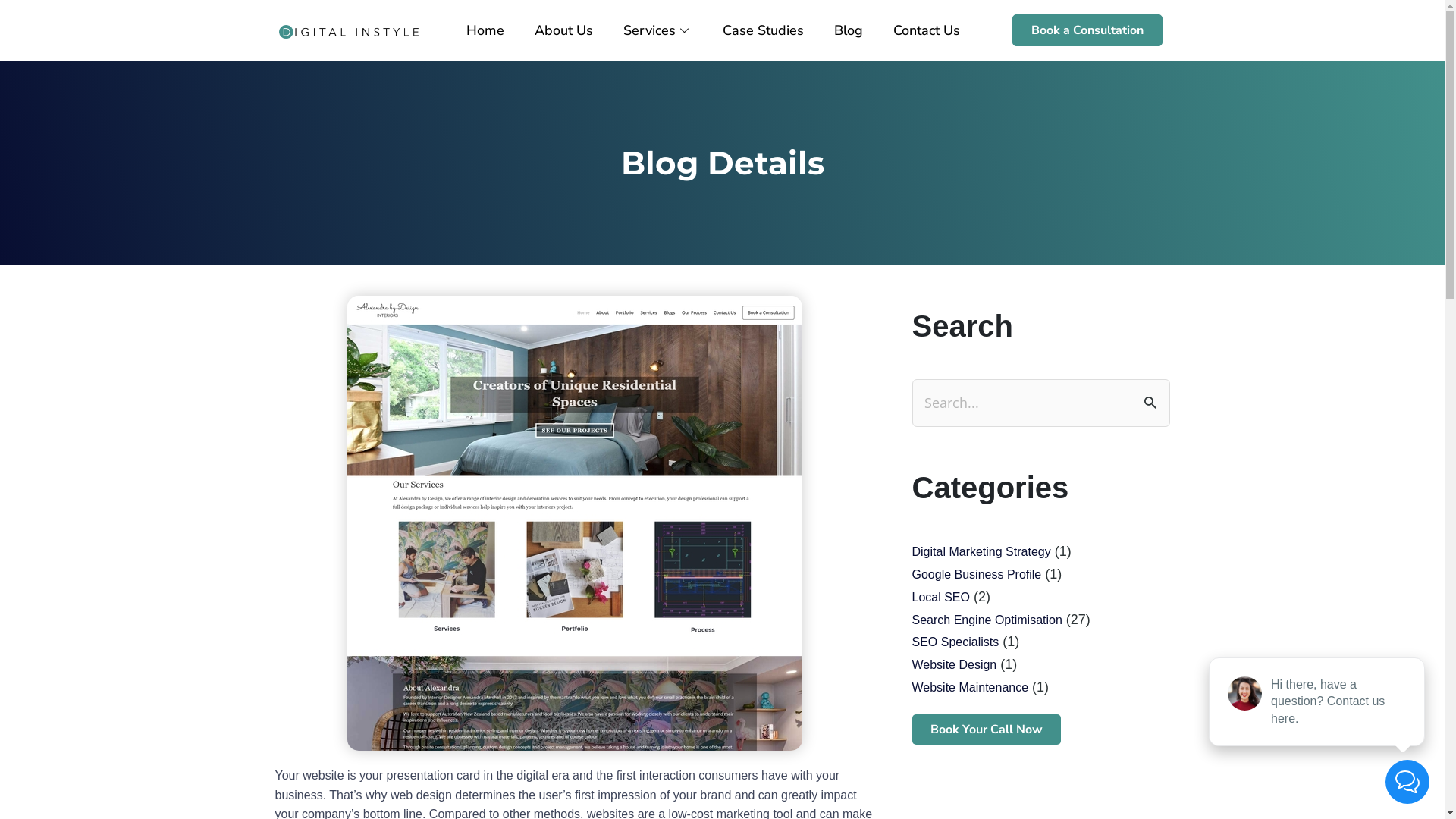 Image resolution: width=1456 pixels, height=819 pixels. What do you see at coordinates (657, 30) in the screenshot?
I see `'Services'` at bounding box center [657, 30].